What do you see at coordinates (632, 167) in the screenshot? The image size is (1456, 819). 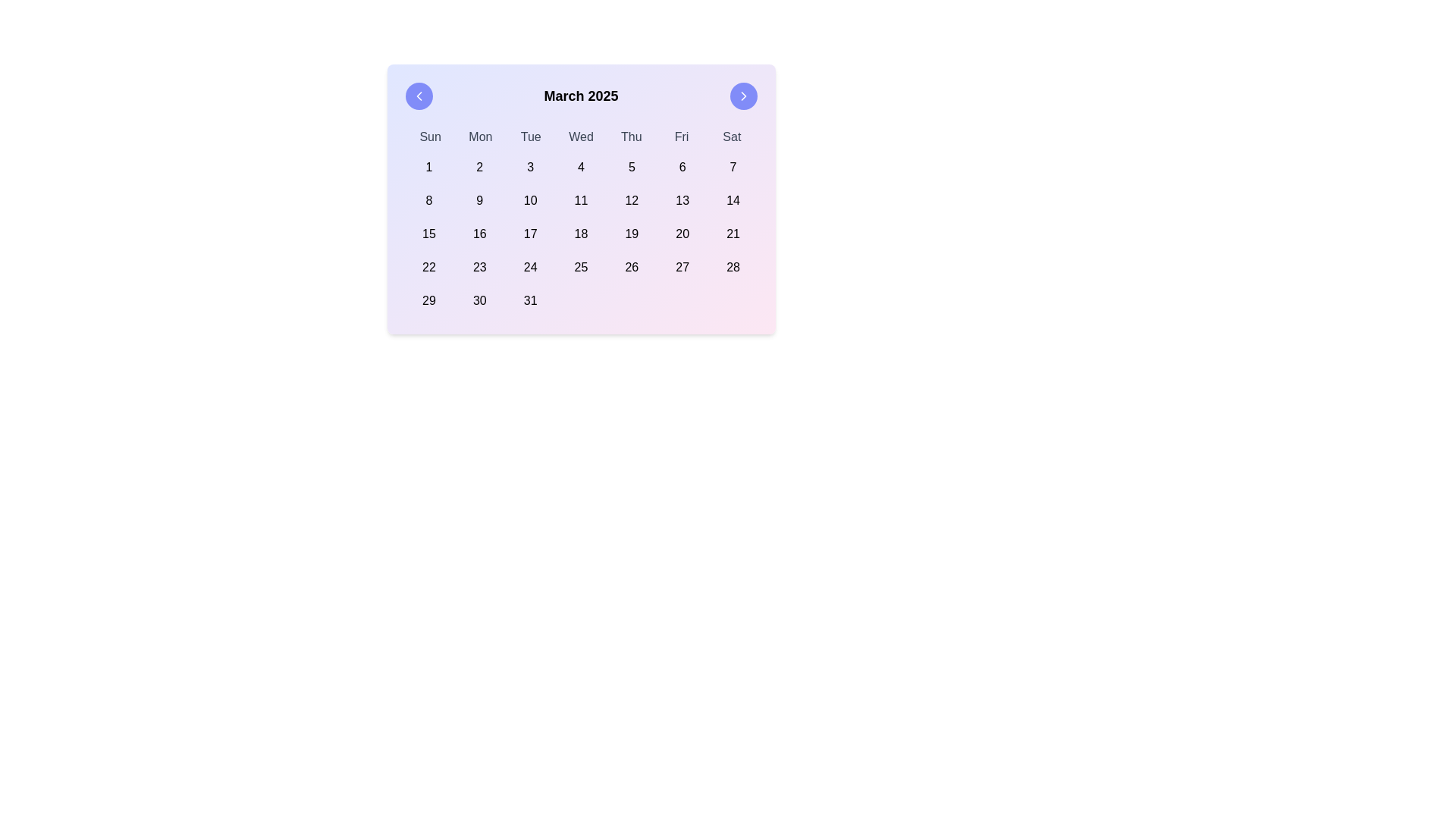 I see `the button in the first row and fifth column of the numeric grid` at bounding box center [632, 167].